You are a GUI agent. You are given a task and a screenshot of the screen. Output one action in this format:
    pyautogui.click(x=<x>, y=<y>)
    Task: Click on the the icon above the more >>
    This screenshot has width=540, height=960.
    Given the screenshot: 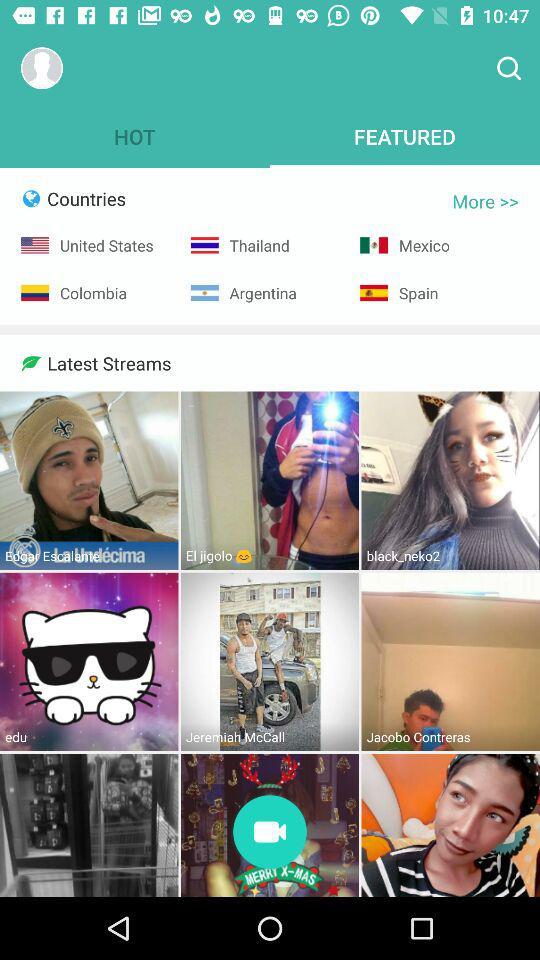 What is the action you would take?
    pyautogui.click(x=508, y=68)
    